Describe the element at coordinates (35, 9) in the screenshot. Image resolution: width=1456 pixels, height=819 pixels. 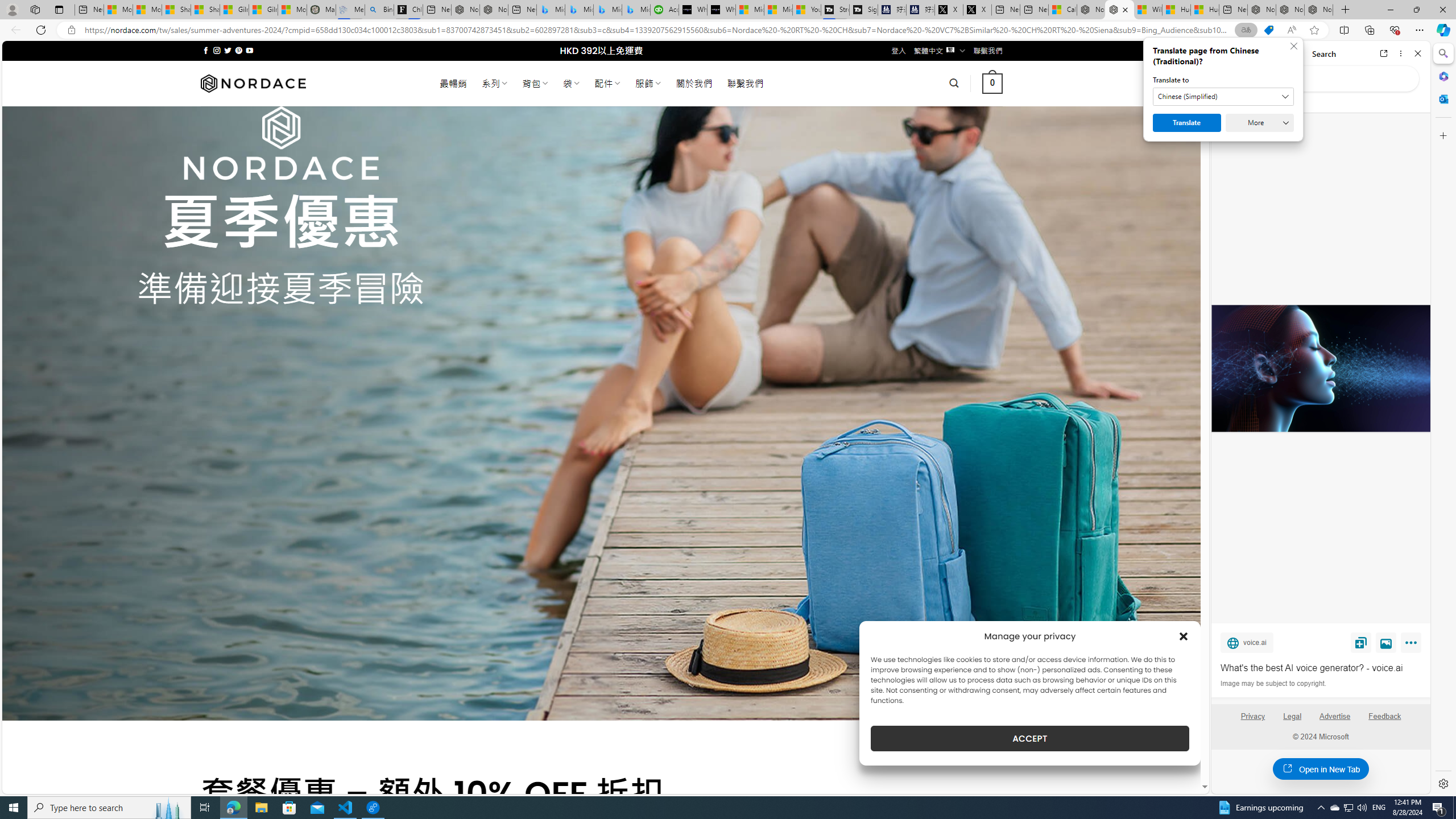
I see `'Workspaces'` at that location.